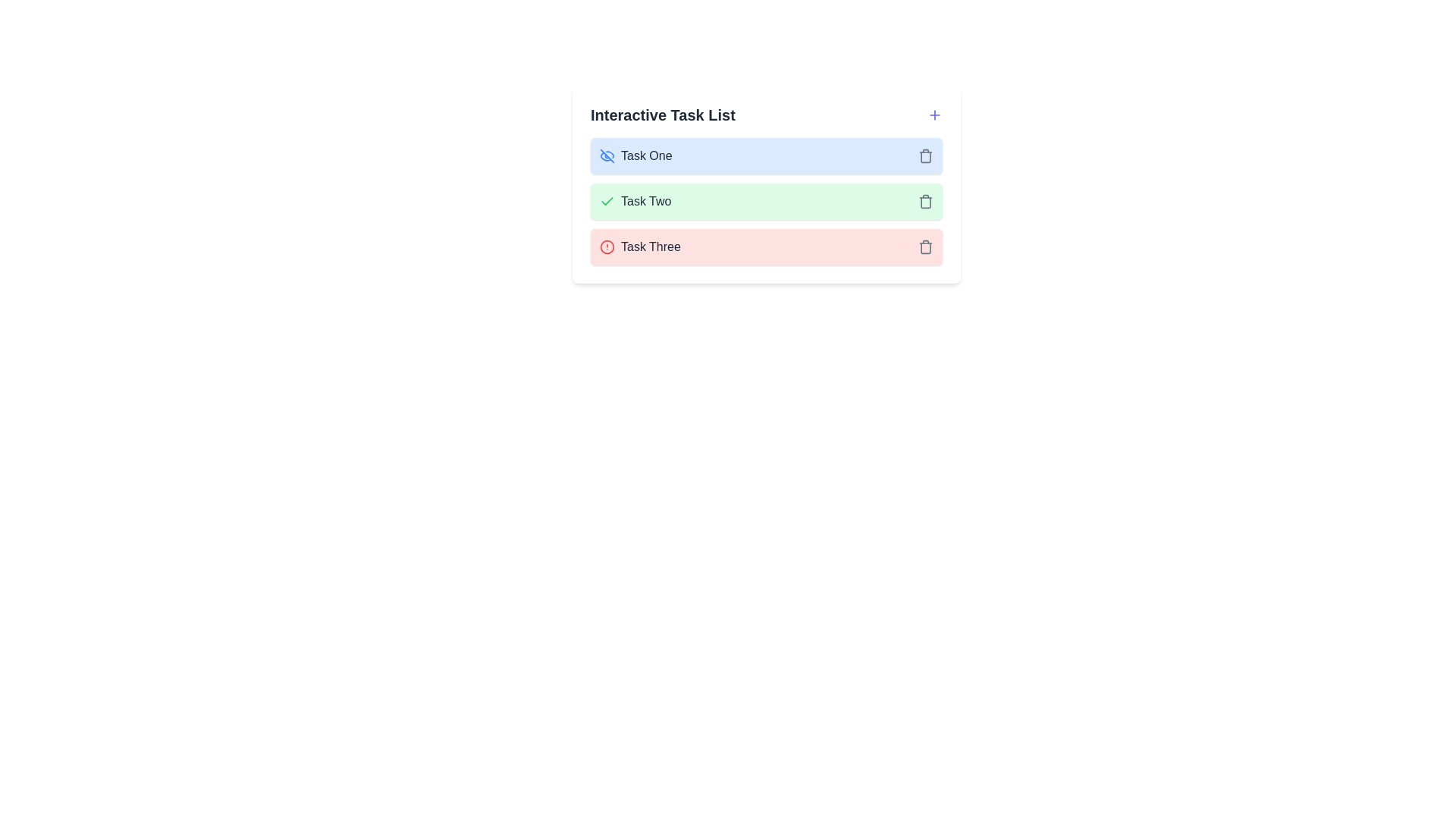 This screenshot has height=819, width=1456. I want to click on on the text label that serves as the descriptive title for the second task in the list, located, so click(635, 201).